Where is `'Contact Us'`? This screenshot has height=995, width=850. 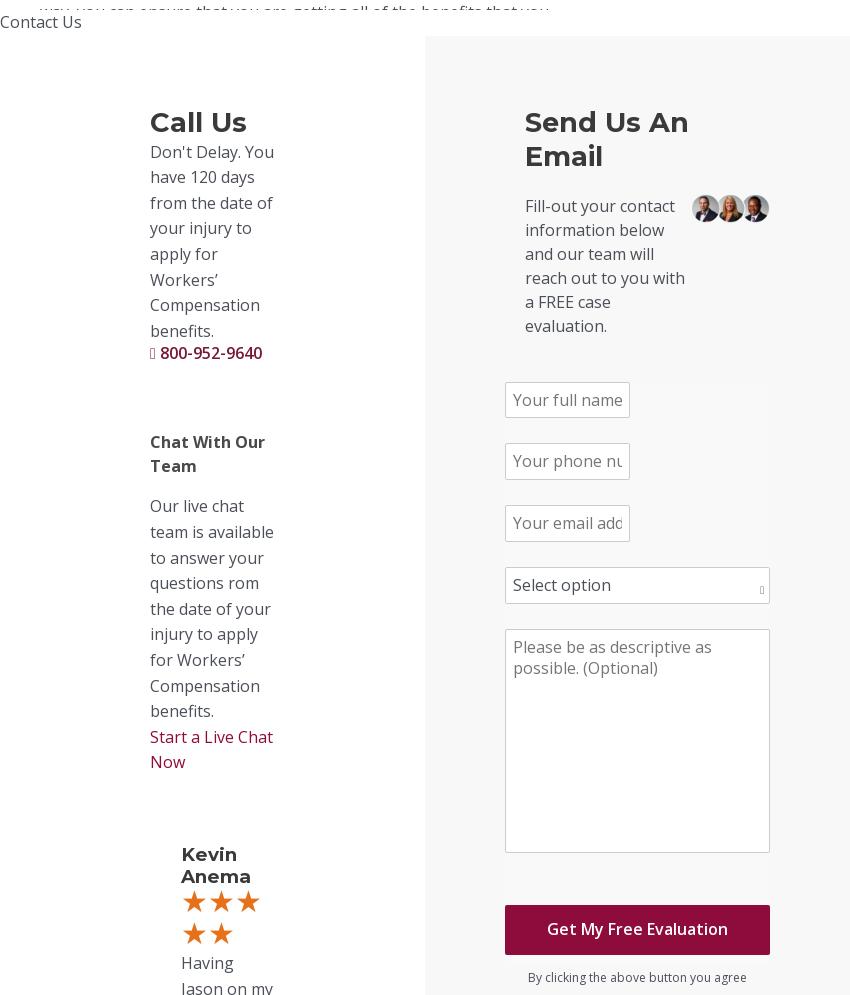
'Contact Us' is located at coordinates (39, 21).